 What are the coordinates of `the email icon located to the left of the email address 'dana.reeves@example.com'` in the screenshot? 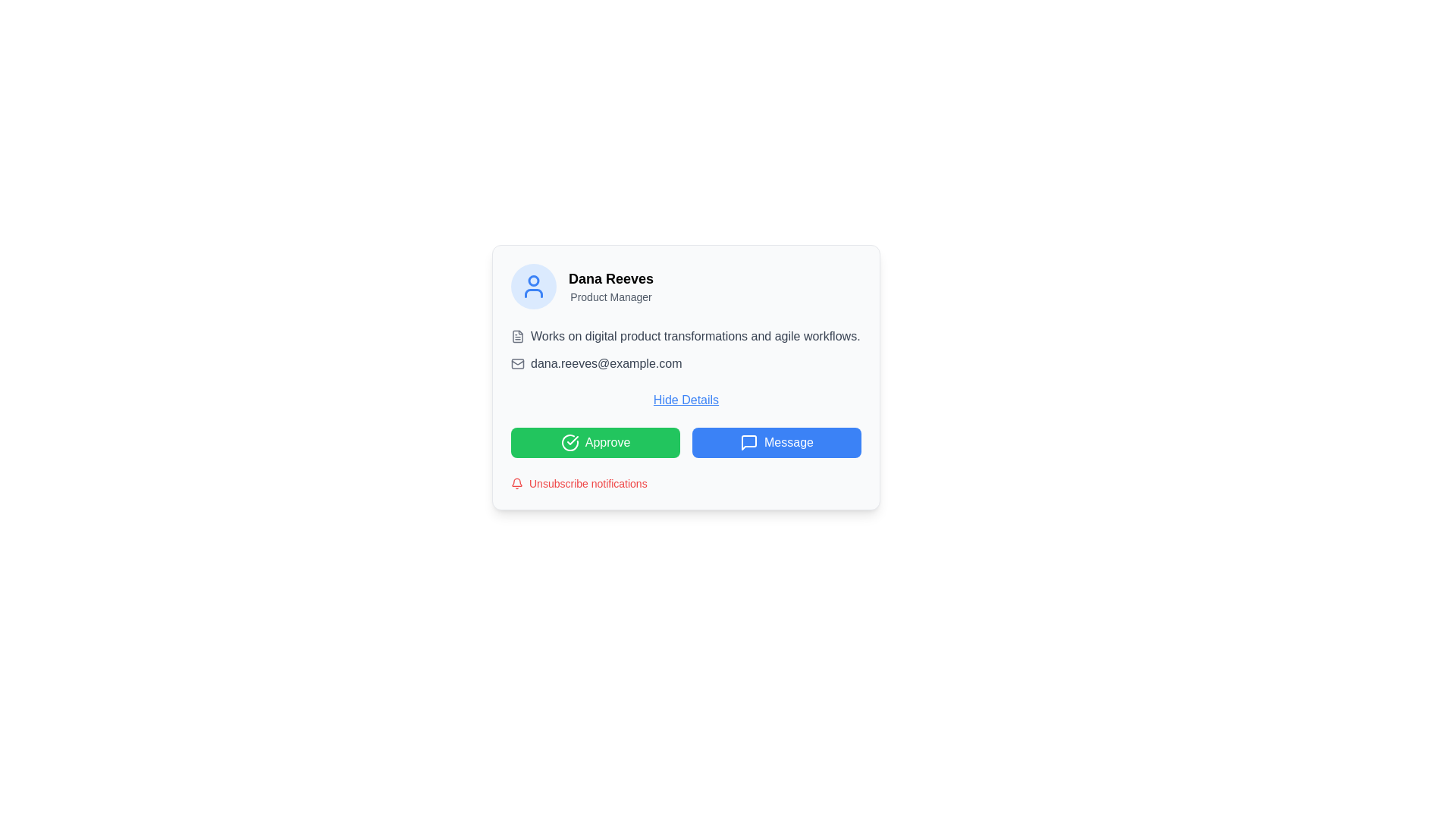 It's located at (517, 363).